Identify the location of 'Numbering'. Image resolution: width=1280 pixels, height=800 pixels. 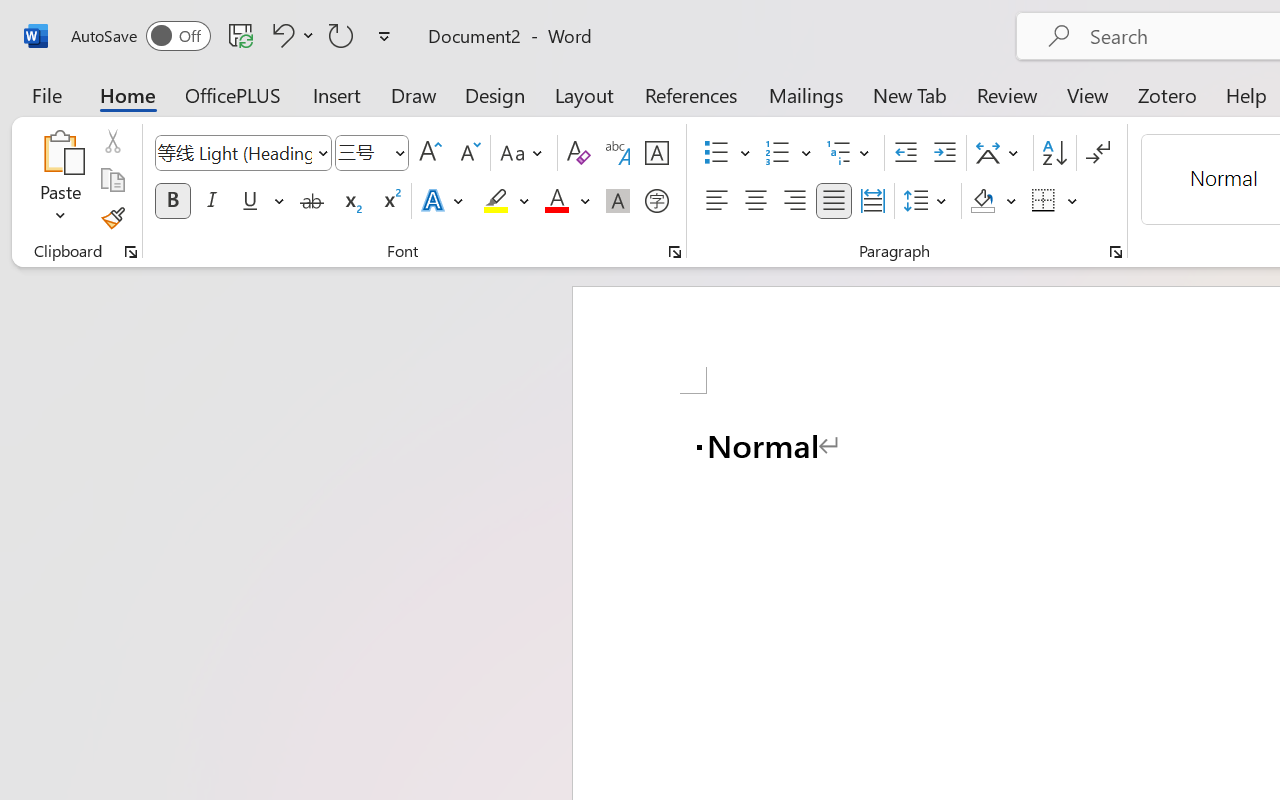
(777, 153).